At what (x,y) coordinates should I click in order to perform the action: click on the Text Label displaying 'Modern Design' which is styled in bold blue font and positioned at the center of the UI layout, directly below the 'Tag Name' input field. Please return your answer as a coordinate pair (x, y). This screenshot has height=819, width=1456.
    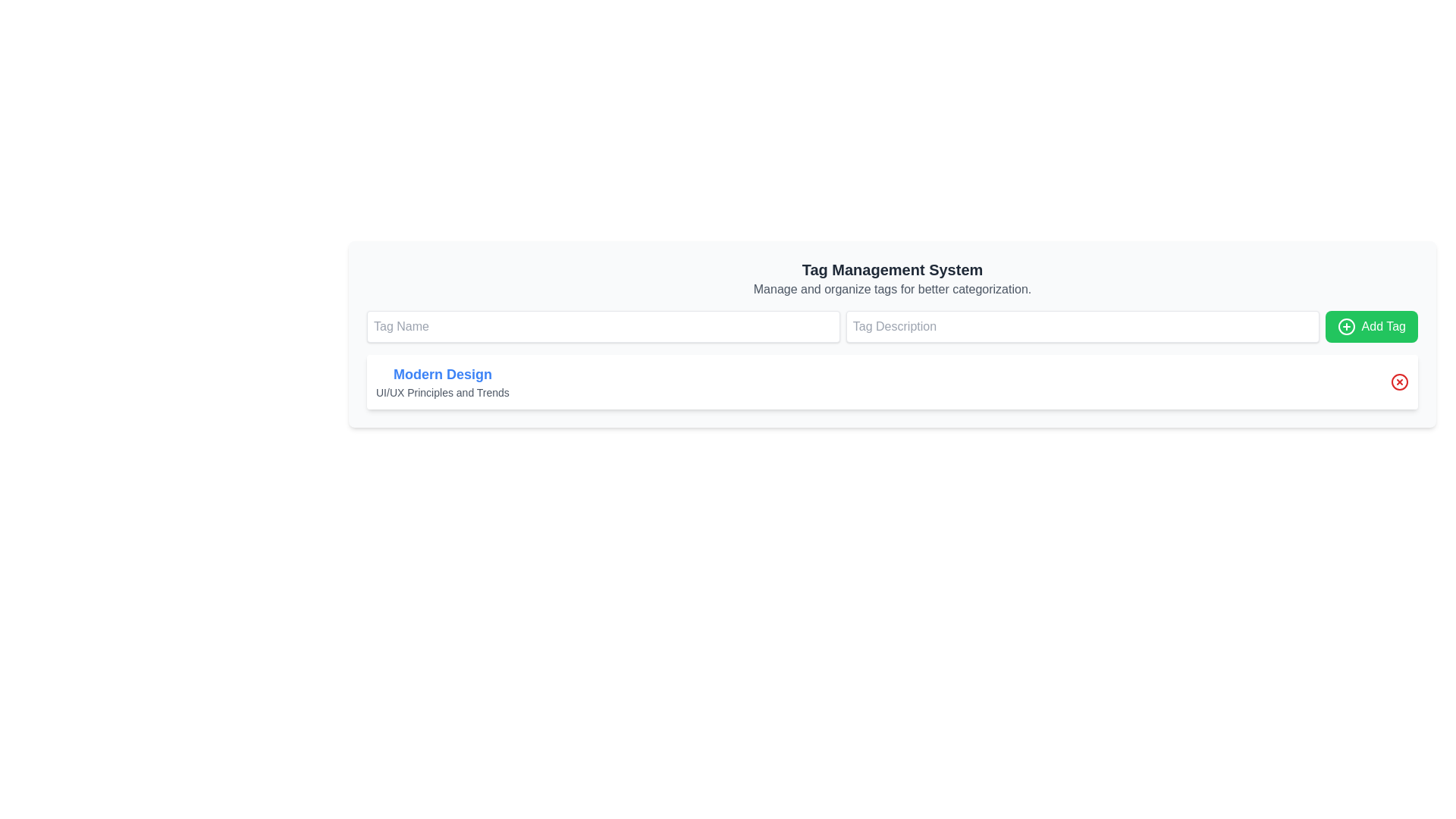
    Looking at the image, I should click on (441, 374).